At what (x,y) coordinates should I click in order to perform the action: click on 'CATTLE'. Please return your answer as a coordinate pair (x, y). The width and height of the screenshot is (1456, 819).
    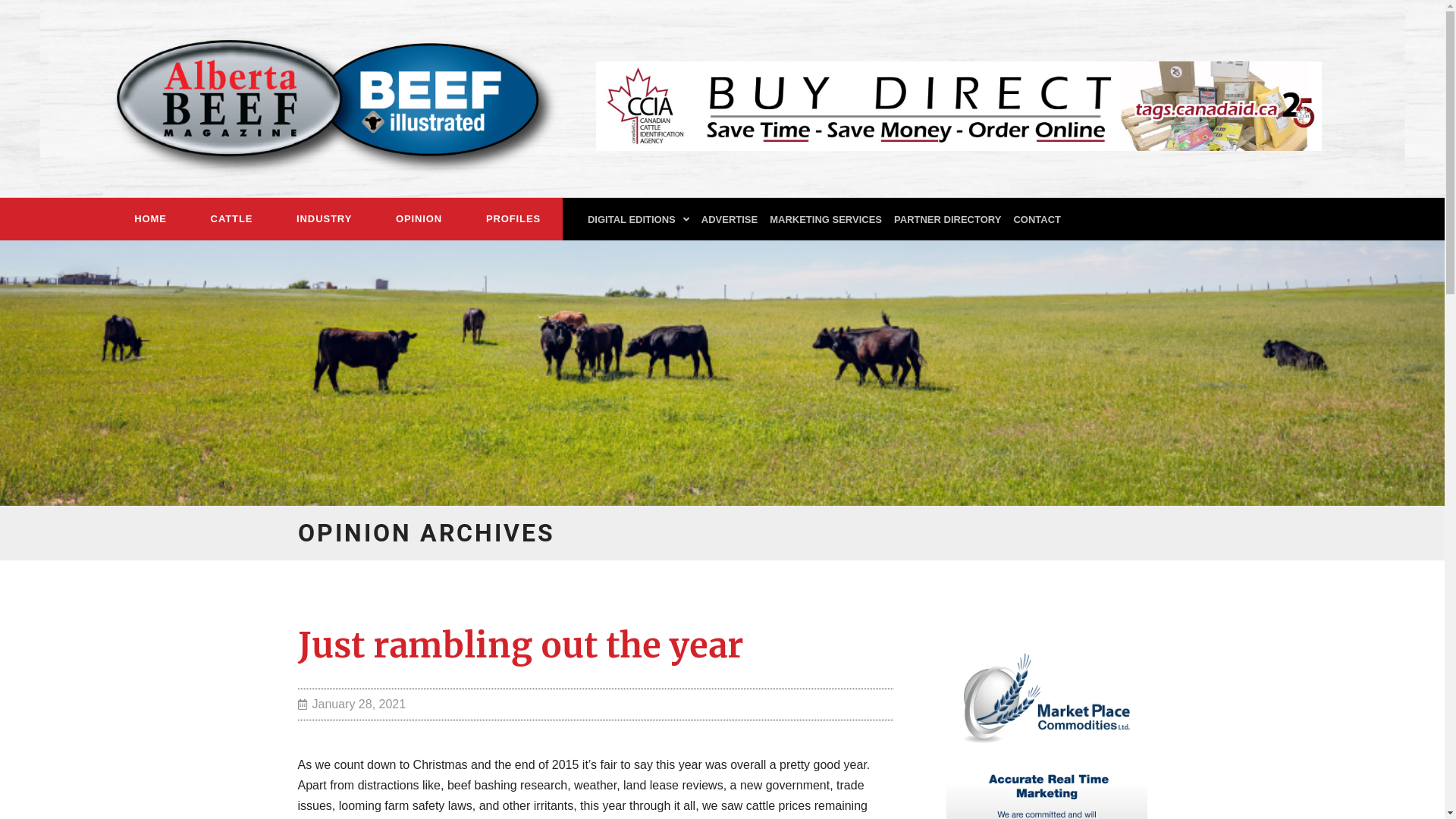
    Looking at the image, I should click on (188, 219).